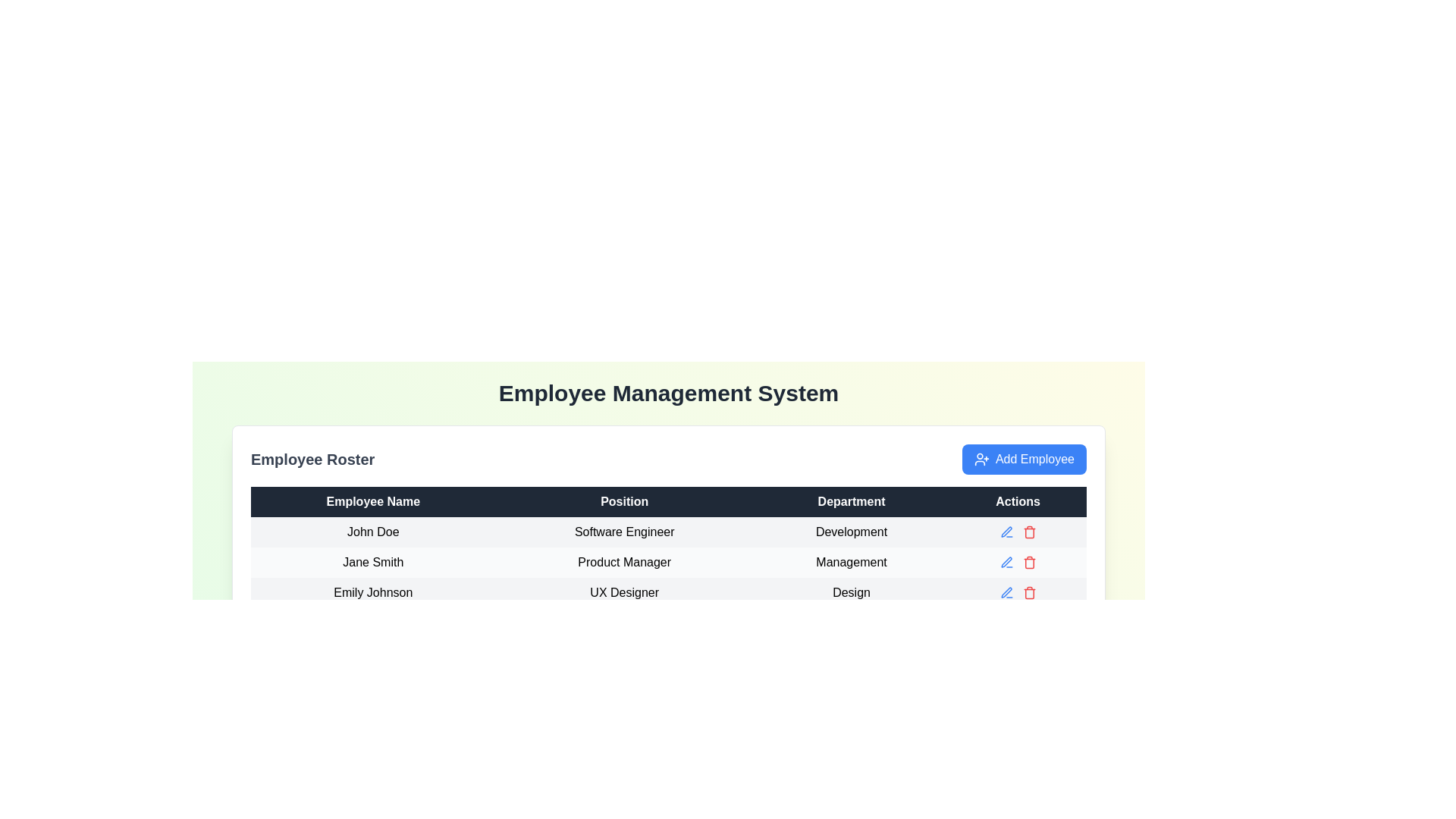 Image resolution: width=1456 pixels, height=819 pixels. I want to click on the 'Department' table header cell, which is the third column header in the tabular interface, following 'Position' and preceding 'Actions', so click(852, 502).